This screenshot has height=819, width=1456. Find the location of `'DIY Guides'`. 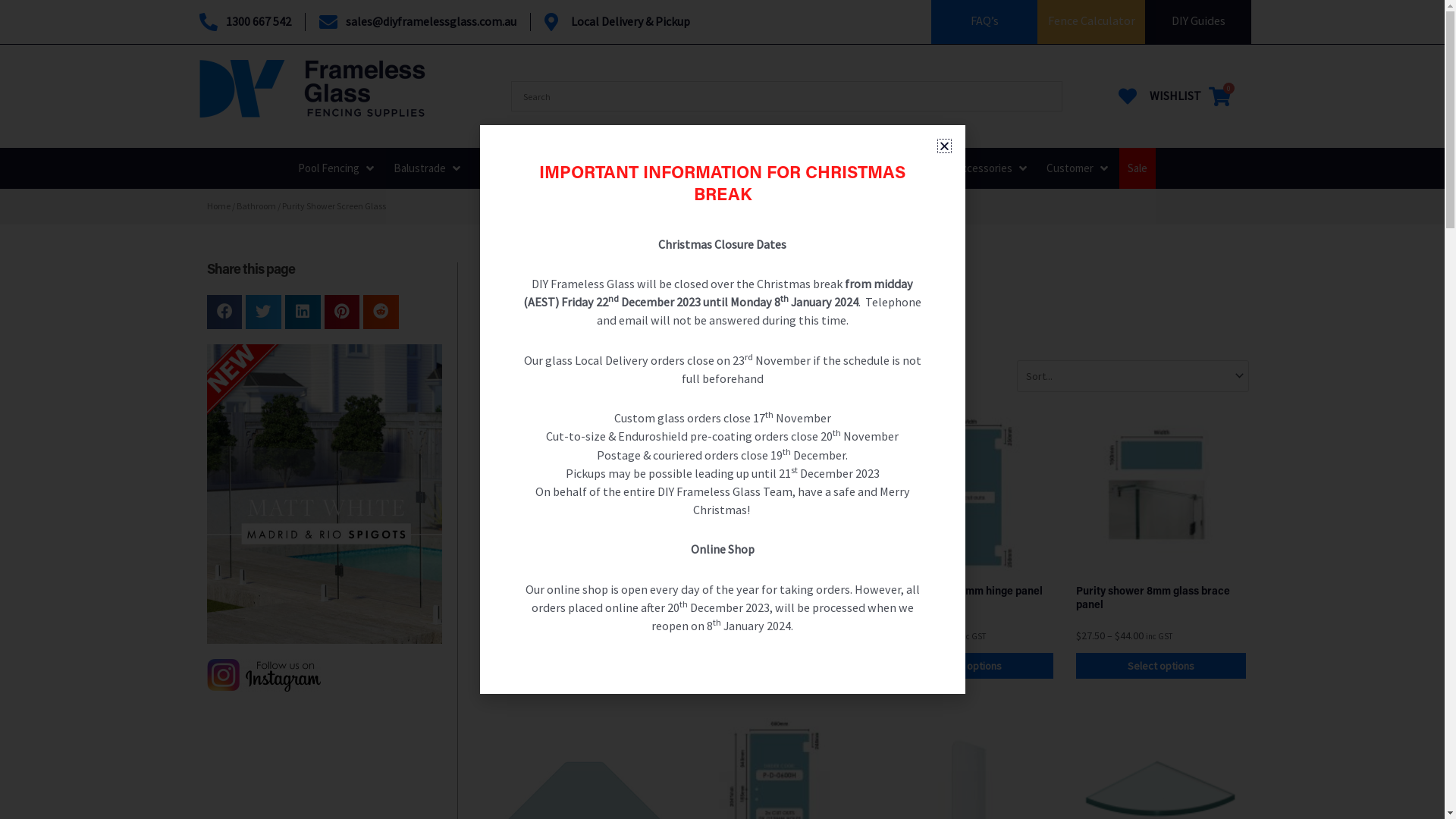

'DIY Guides' is located at coordinates (1197, 20).